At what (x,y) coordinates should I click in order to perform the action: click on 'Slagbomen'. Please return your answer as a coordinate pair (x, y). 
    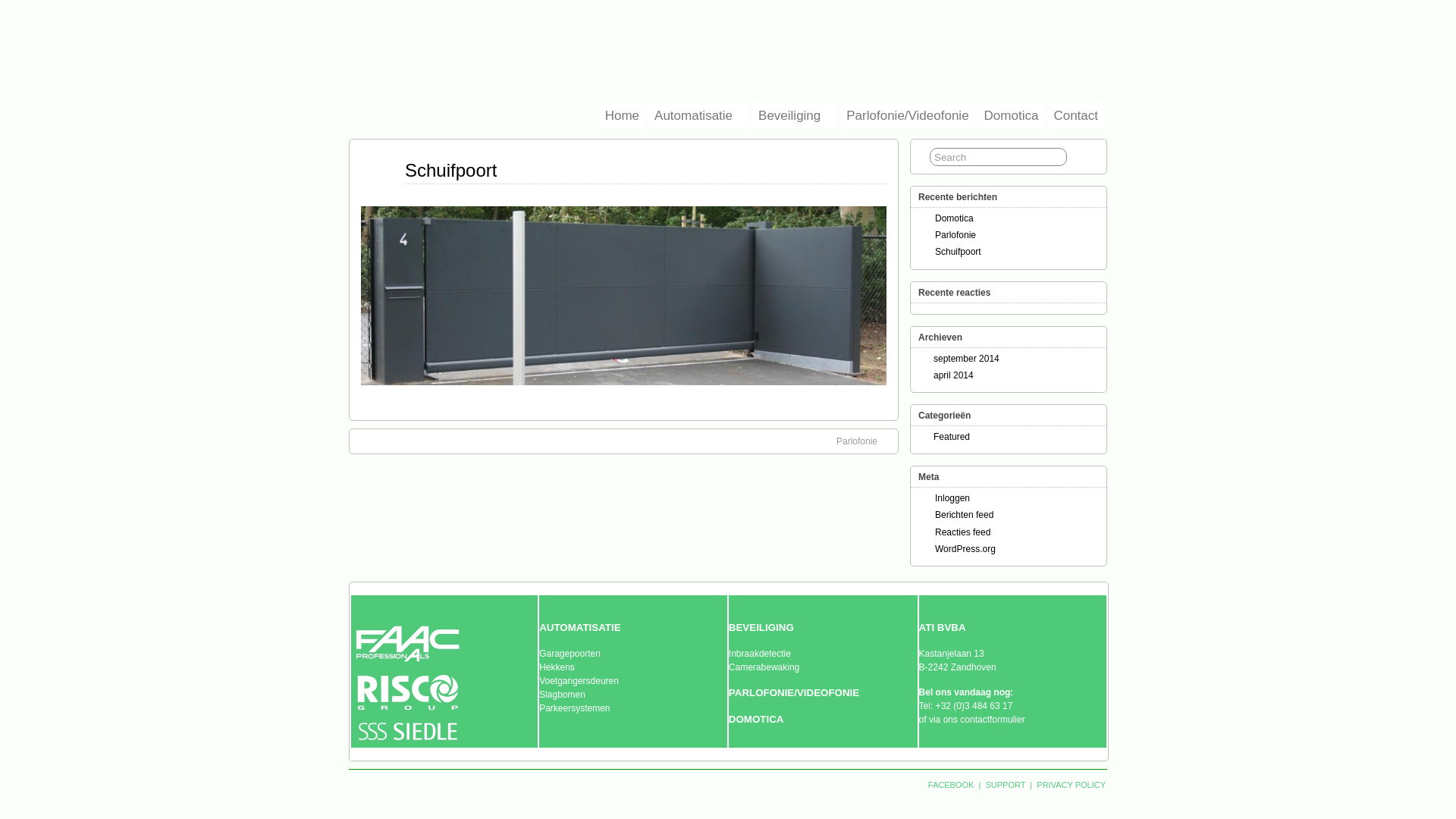
    Looking at the image, I should click on (561, 694).